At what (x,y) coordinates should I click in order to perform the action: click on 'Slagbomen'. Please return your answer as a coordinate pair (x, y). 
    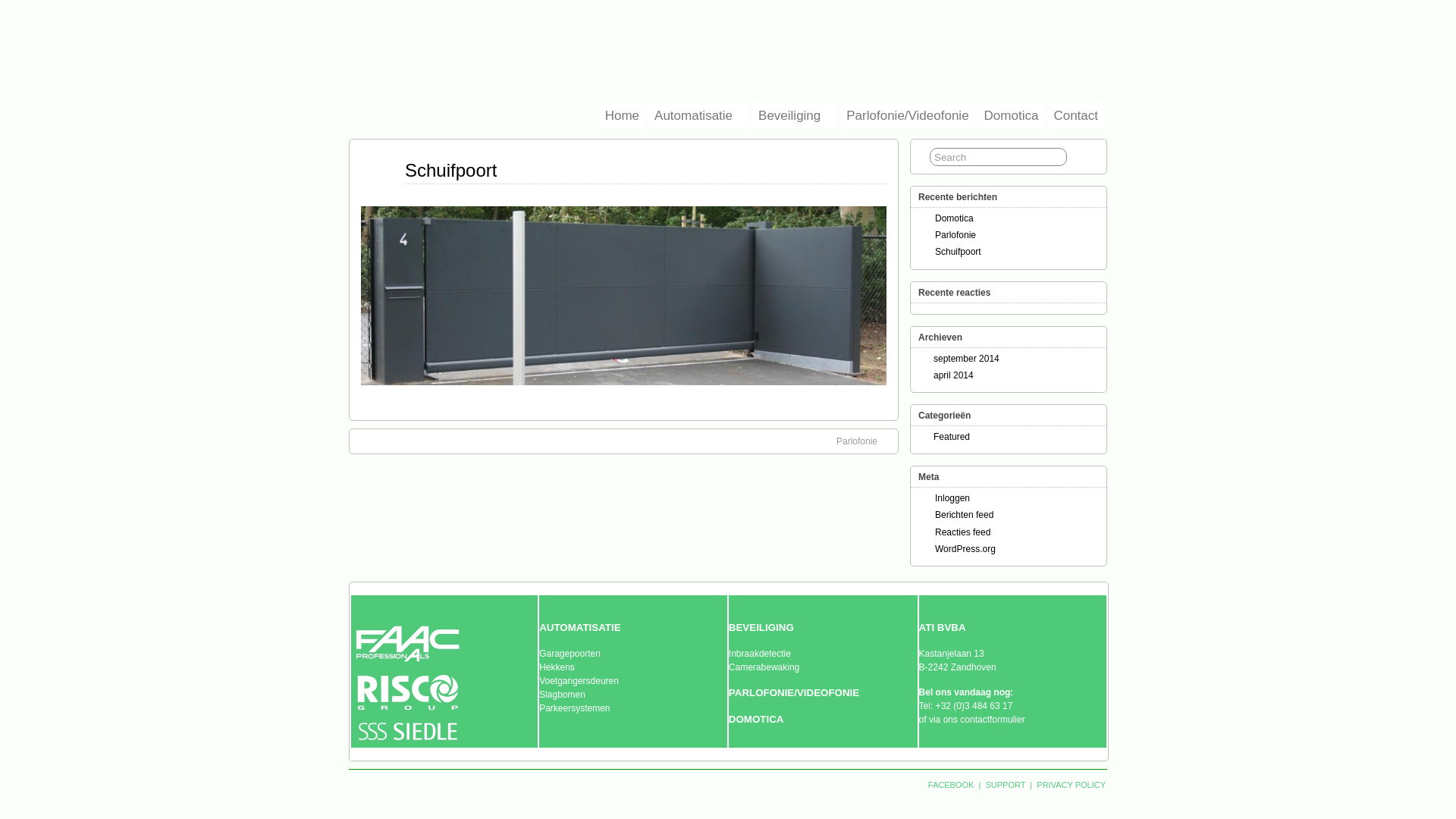
    Looking at the image, I should click on (561, 694).